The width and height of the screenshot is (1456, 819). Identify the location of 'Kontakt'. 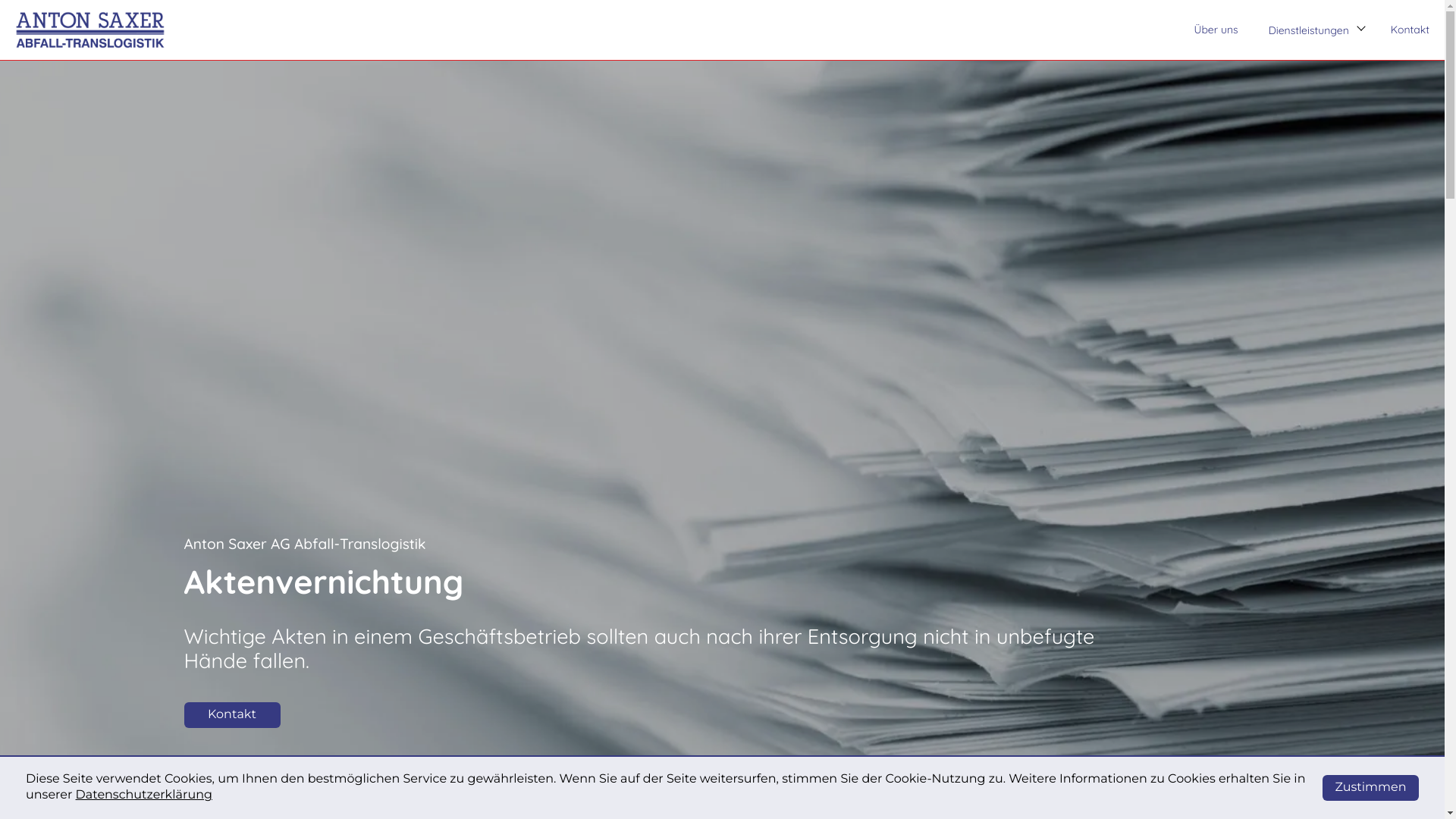
(182, 714).